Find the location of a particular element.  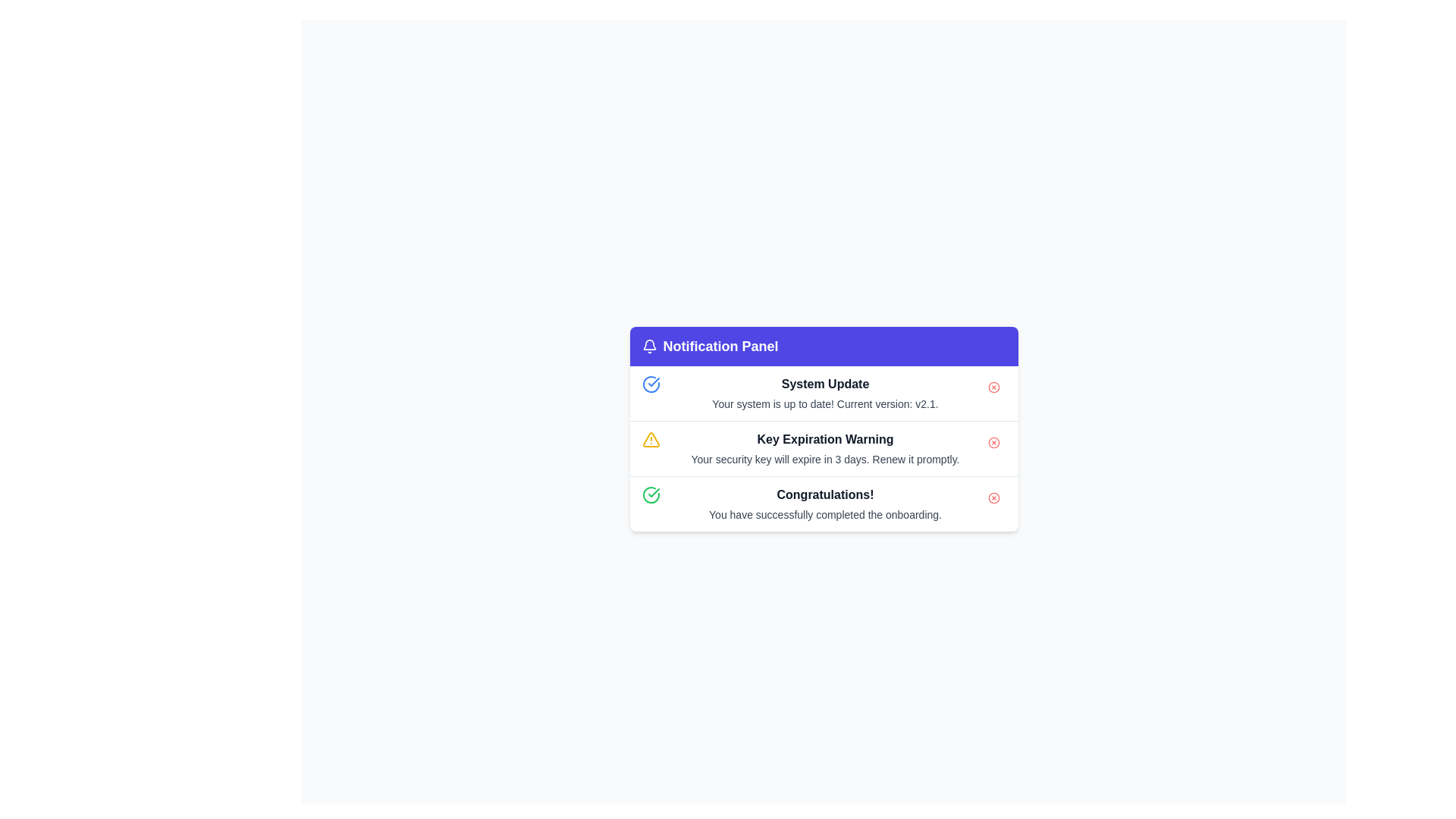

information displayed in the text element located directly below the 'System Update' header in the Notification Panel is located at coordinates (824, 403).